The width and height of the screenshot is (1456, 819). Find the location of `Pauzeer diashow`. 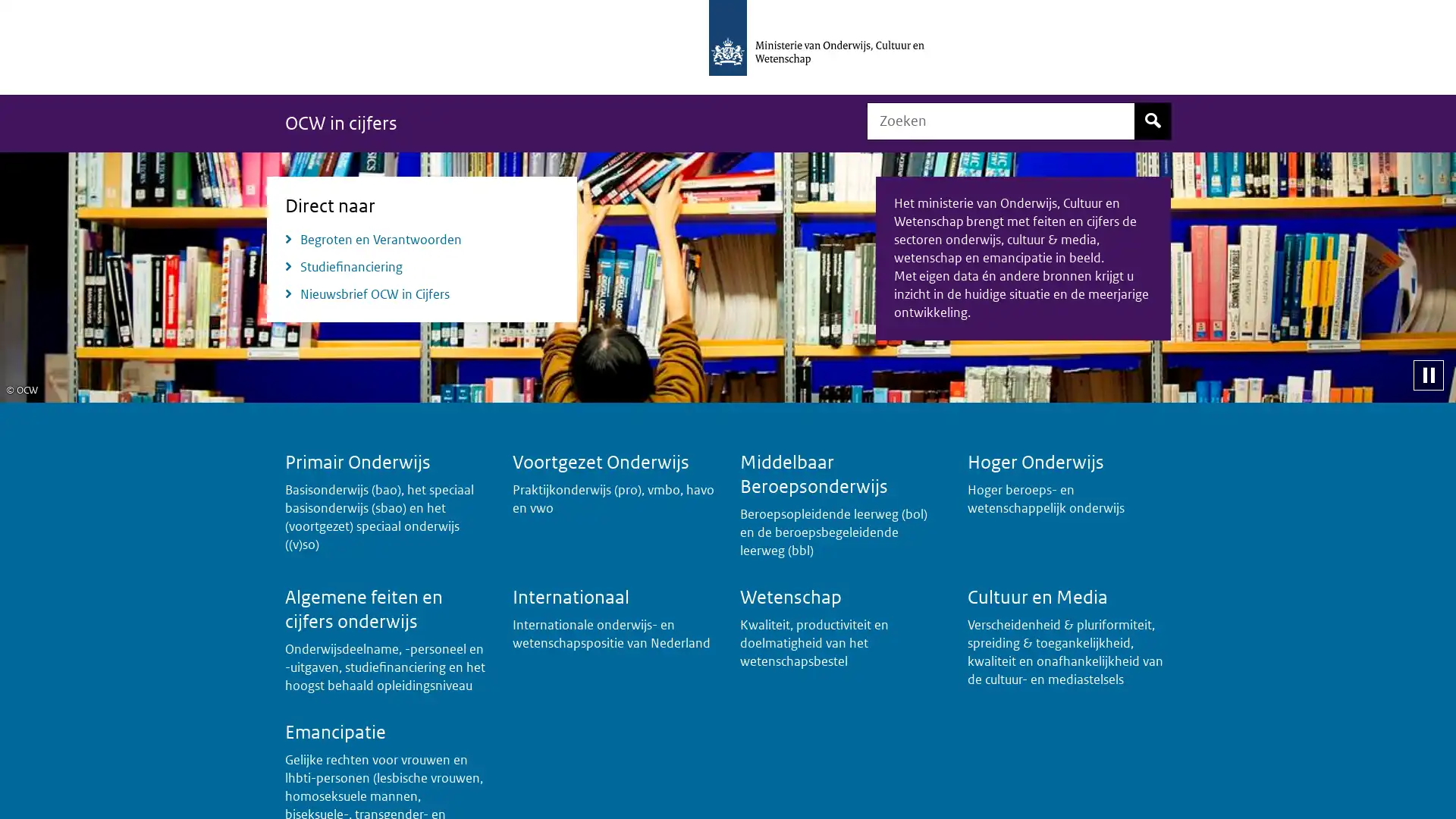

Pauzeer diashow is located at coordinates (1427, 374).